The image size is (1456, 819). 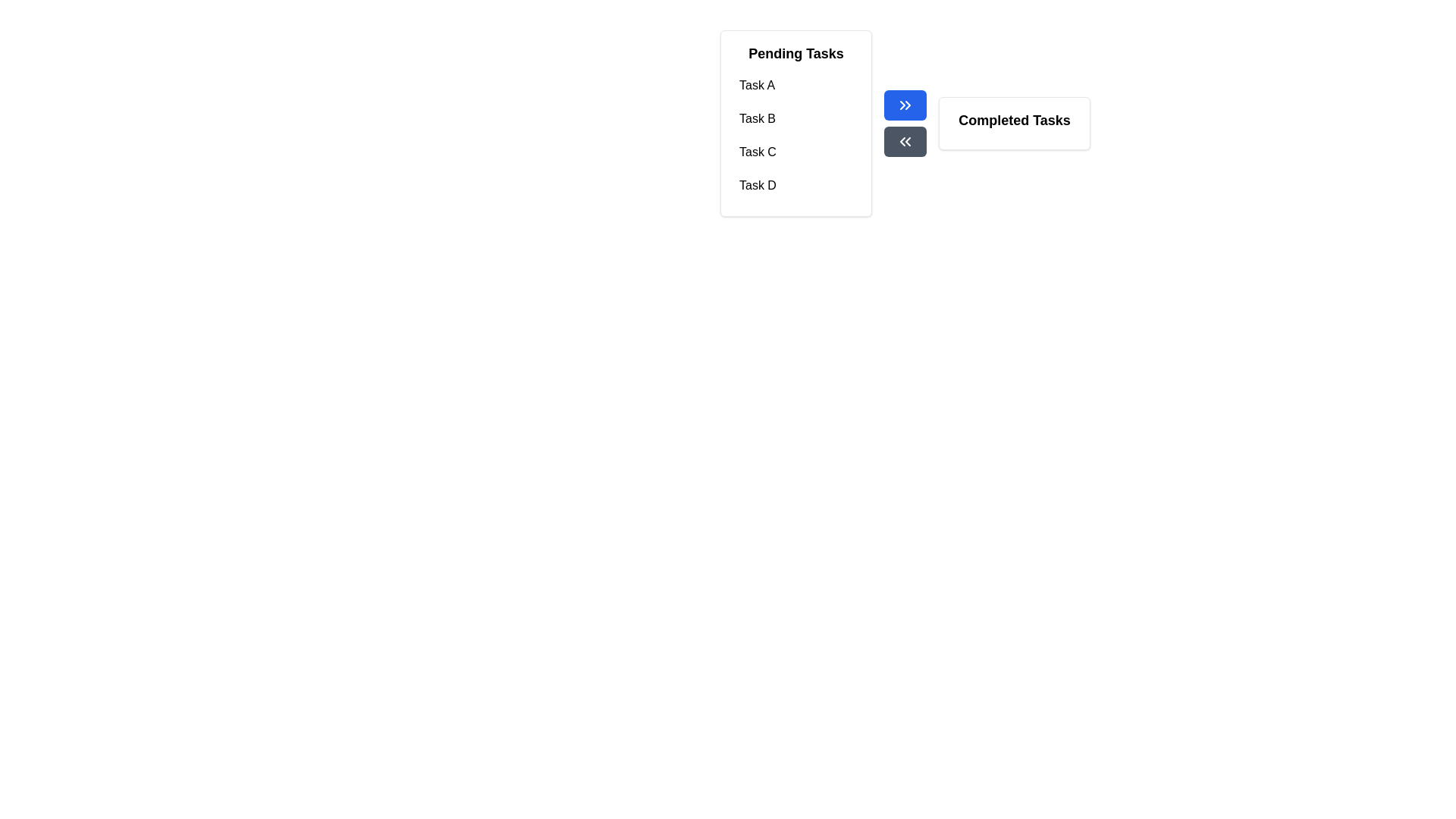 I want to click on the list item labeled 'Task B' which is styled with a white background and rounded corners by clicking on it, so click(x=795, y=118).